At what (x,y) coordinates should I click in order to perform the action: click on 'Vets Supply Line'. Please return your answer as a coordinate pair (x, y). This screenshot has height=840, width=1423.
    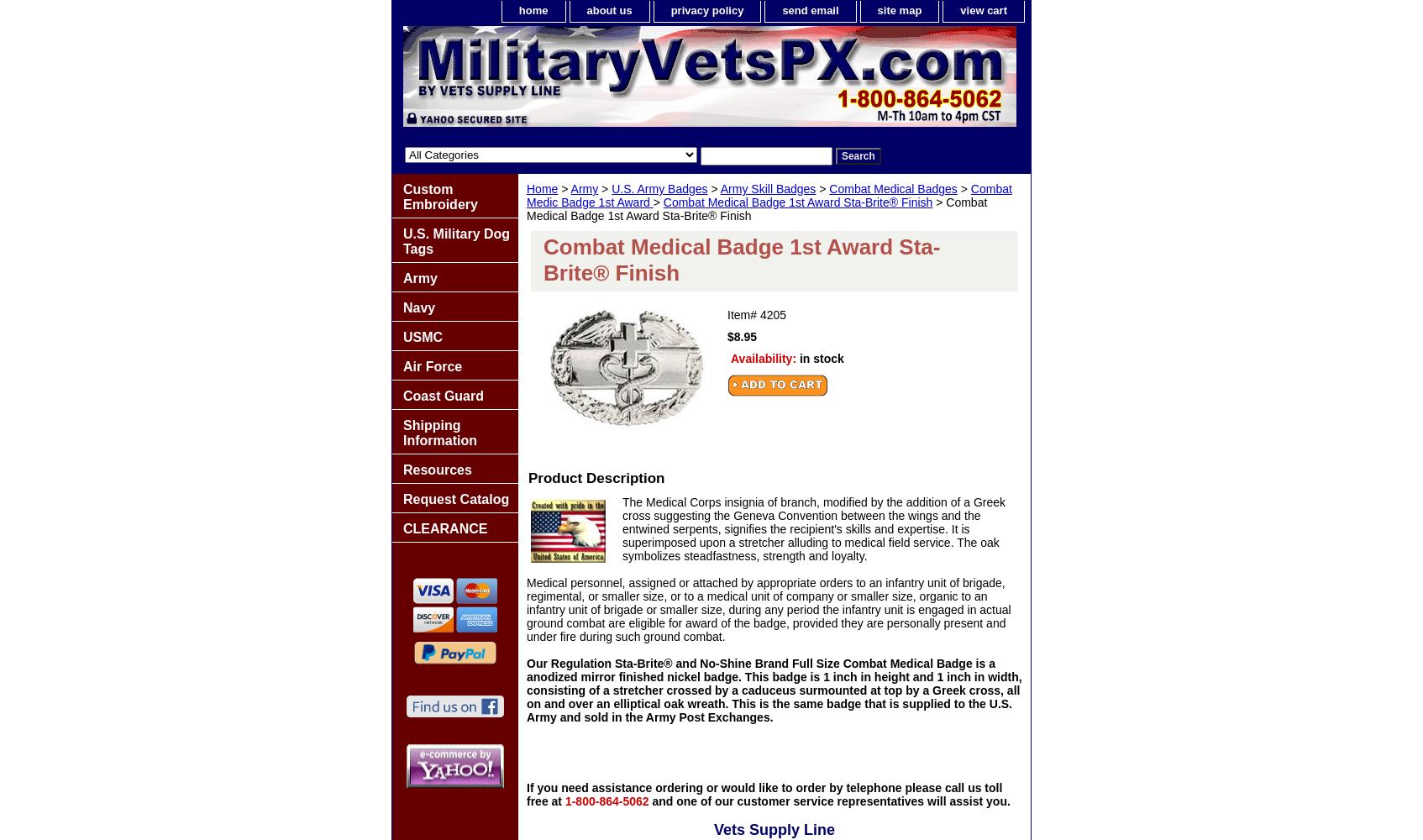
    Looking at the image, I should click on (712, 829).